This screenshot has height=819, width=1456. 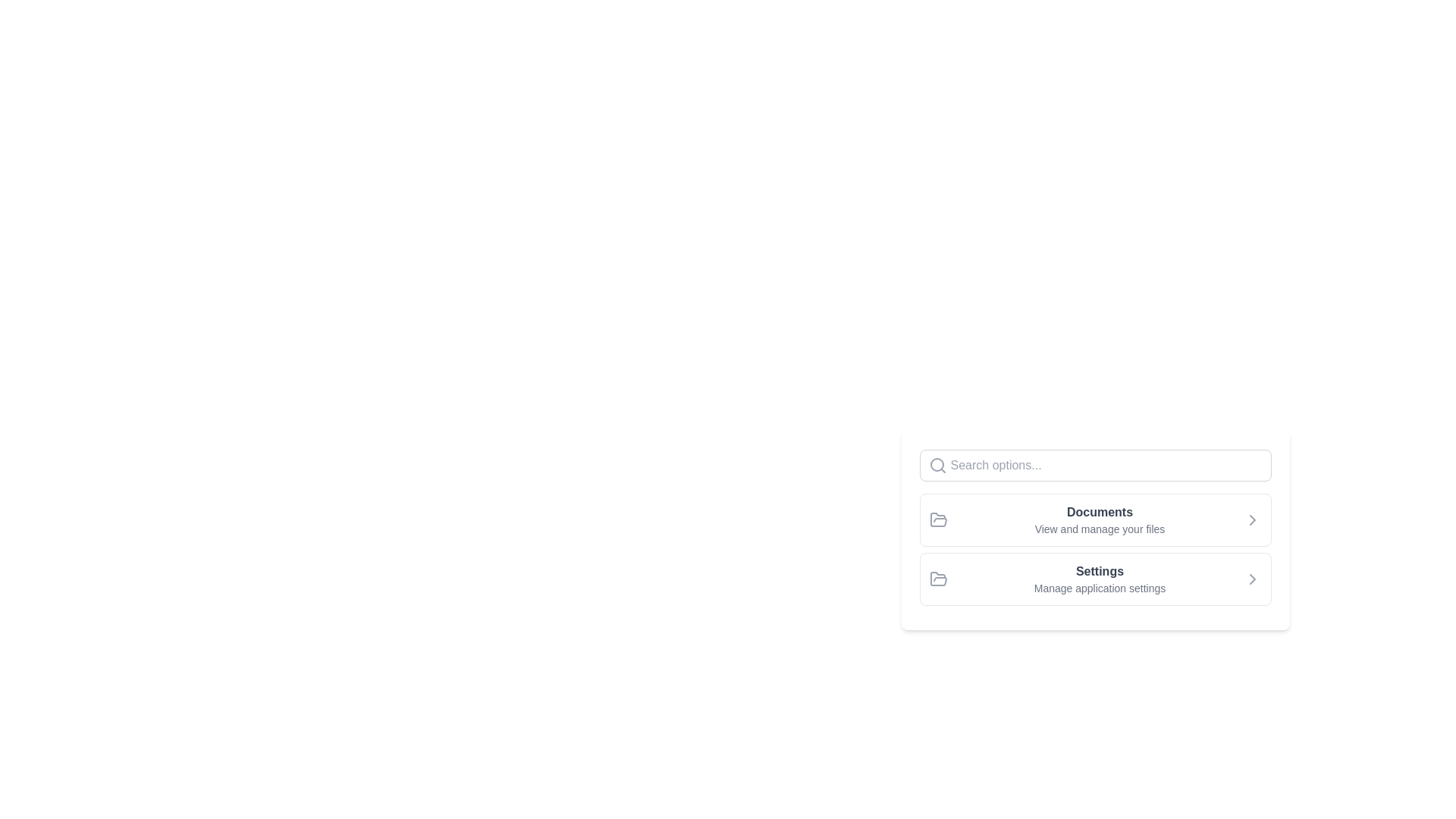 What do you see at coordinates (1100, 519) in the screenshot?
I see `the navigational link text block located below the search bar, adjacent to the open folder icon and the chevron` at bounding box center [1100, 519].